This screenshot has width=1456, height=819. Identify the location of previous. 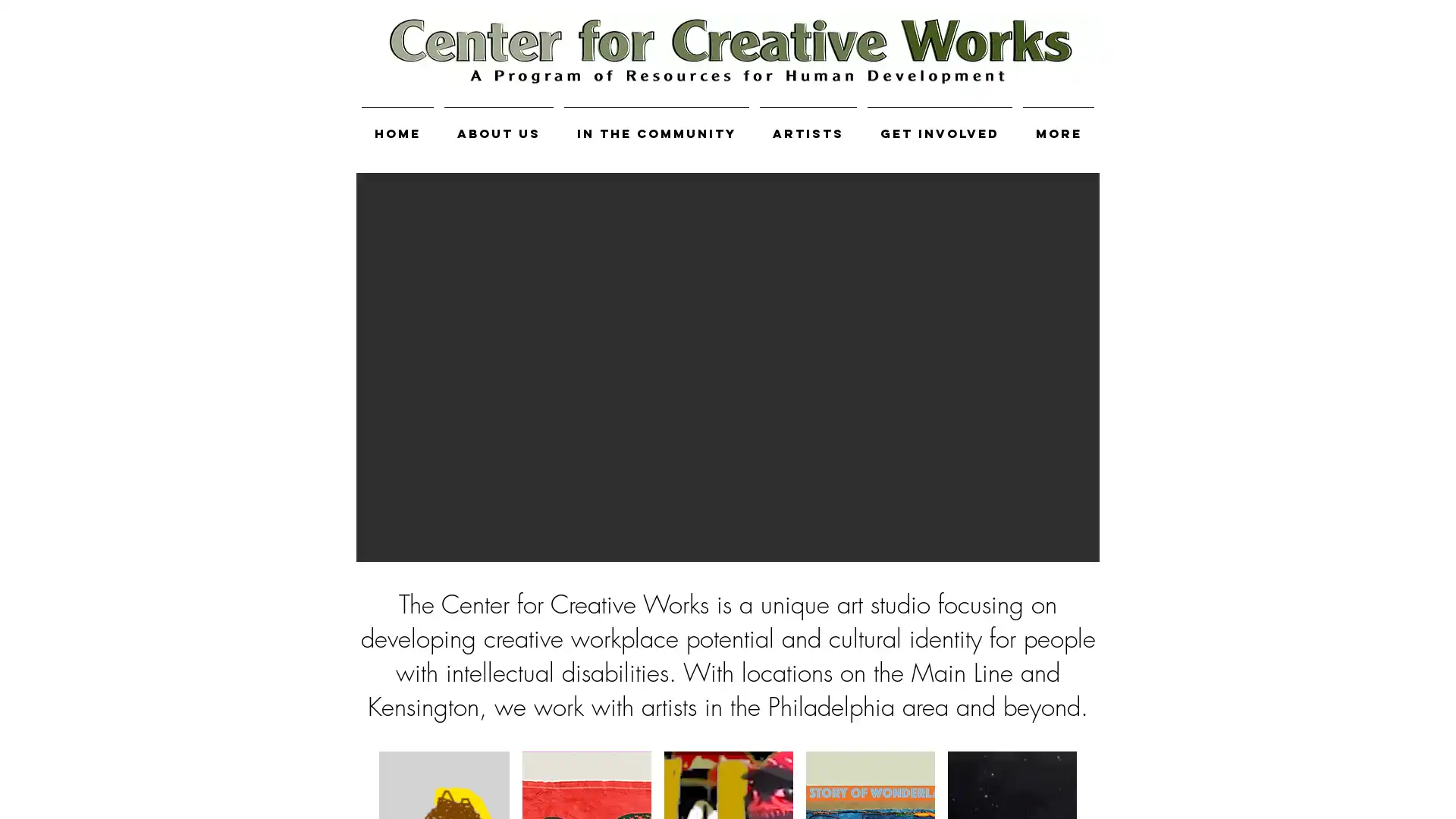
(388, 366).